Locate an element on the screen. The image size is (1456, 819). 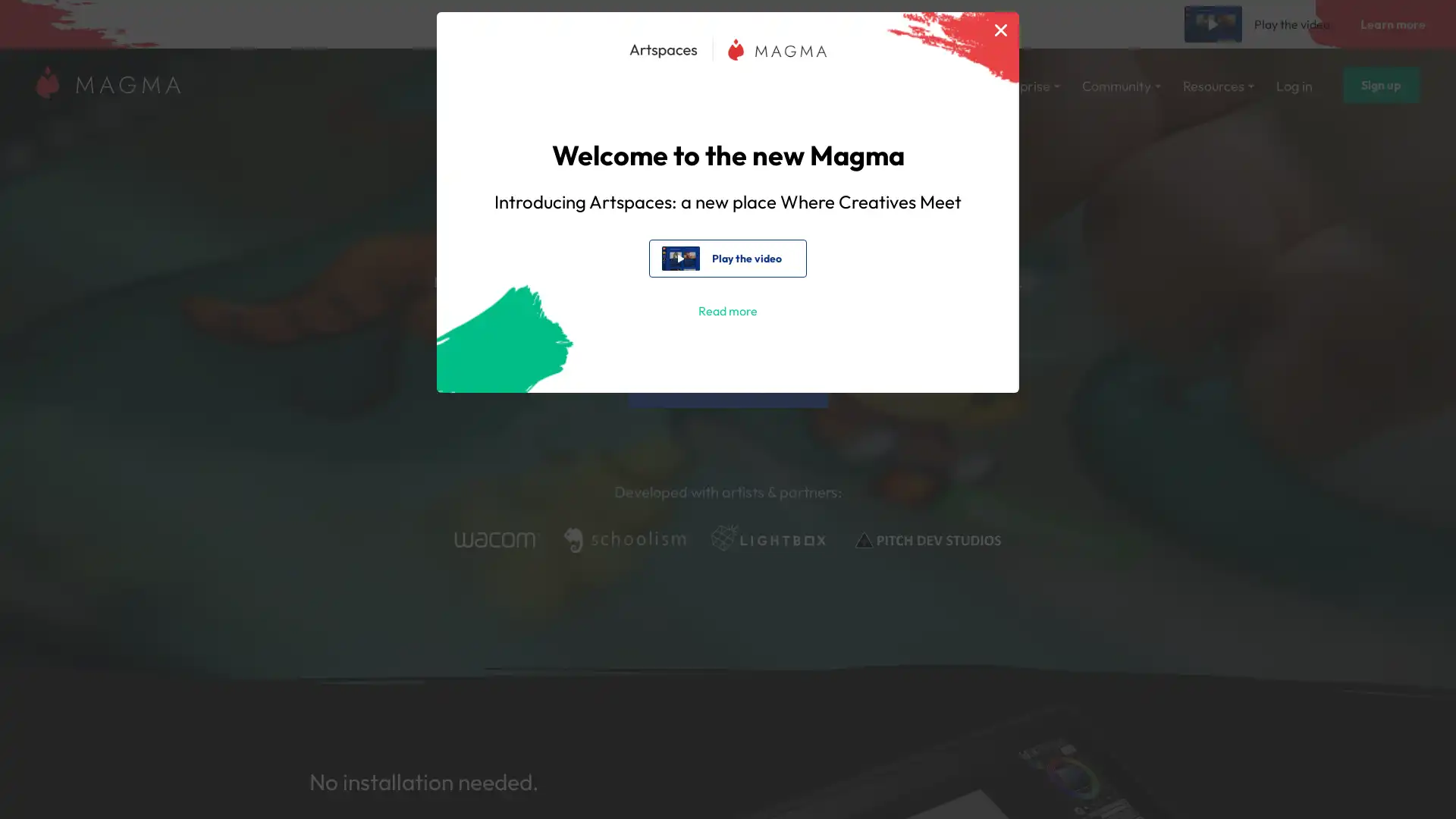
Play the video is located at coordinates (726, 257).